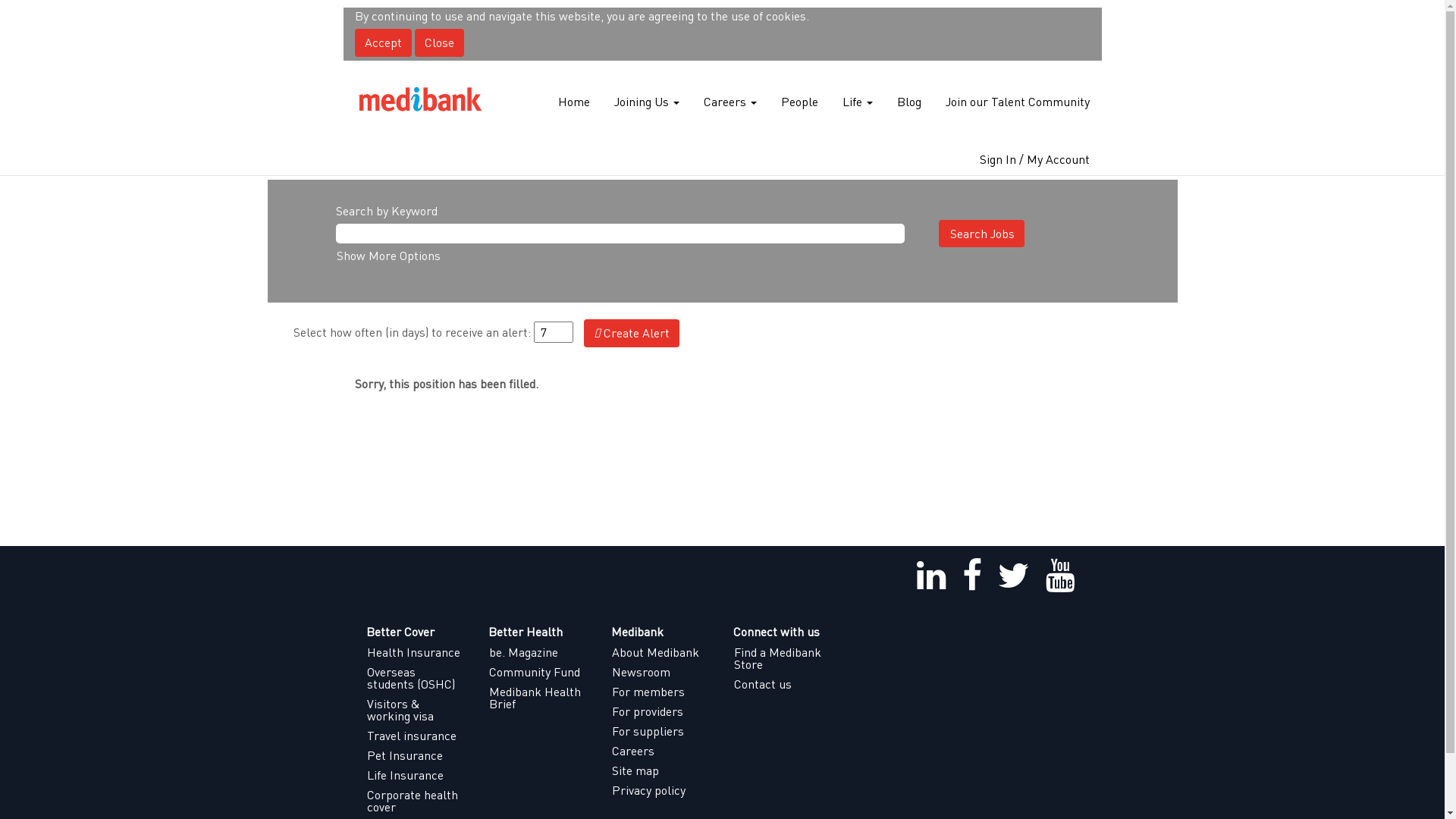  What do you see at coordinates (365, 800) in the screenshot?
I see `'Corporate health cover'` at bounding box center [365, 800].